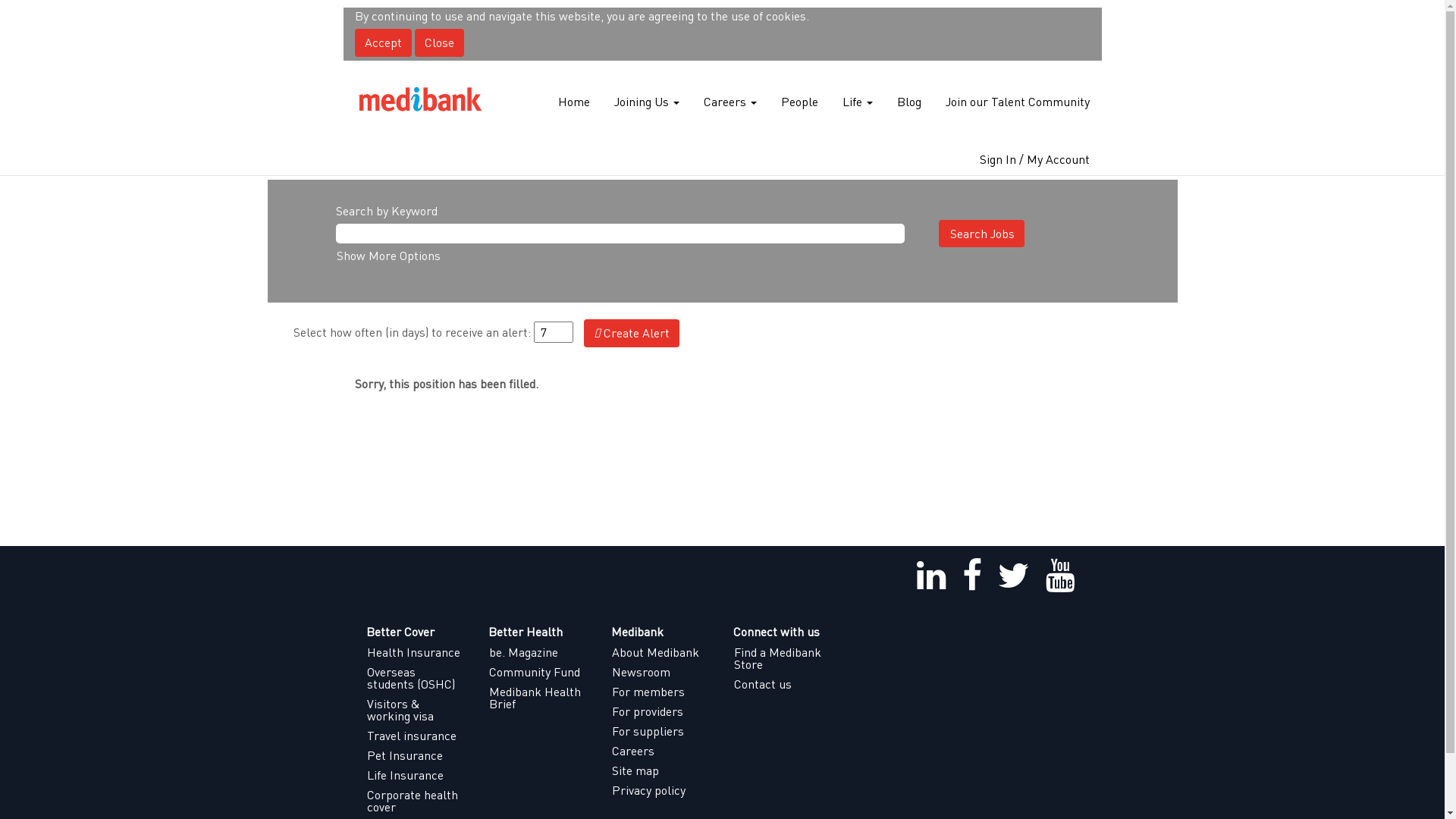  What do you see at coordinates (365, 800) in the screenshot?
I see `'Corporate health cover'` at bounding box center [365, 800].